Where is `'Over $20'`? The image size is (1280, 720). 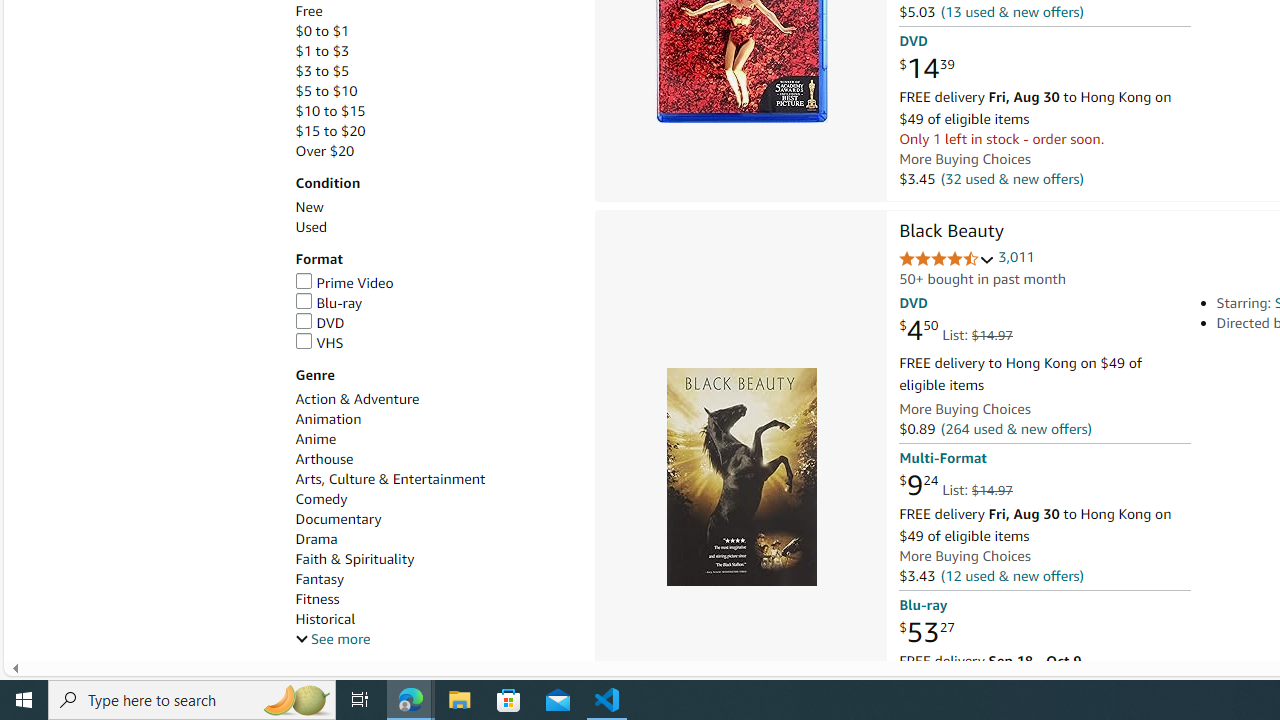 'Over $20' is located at coordinates (433, 150).